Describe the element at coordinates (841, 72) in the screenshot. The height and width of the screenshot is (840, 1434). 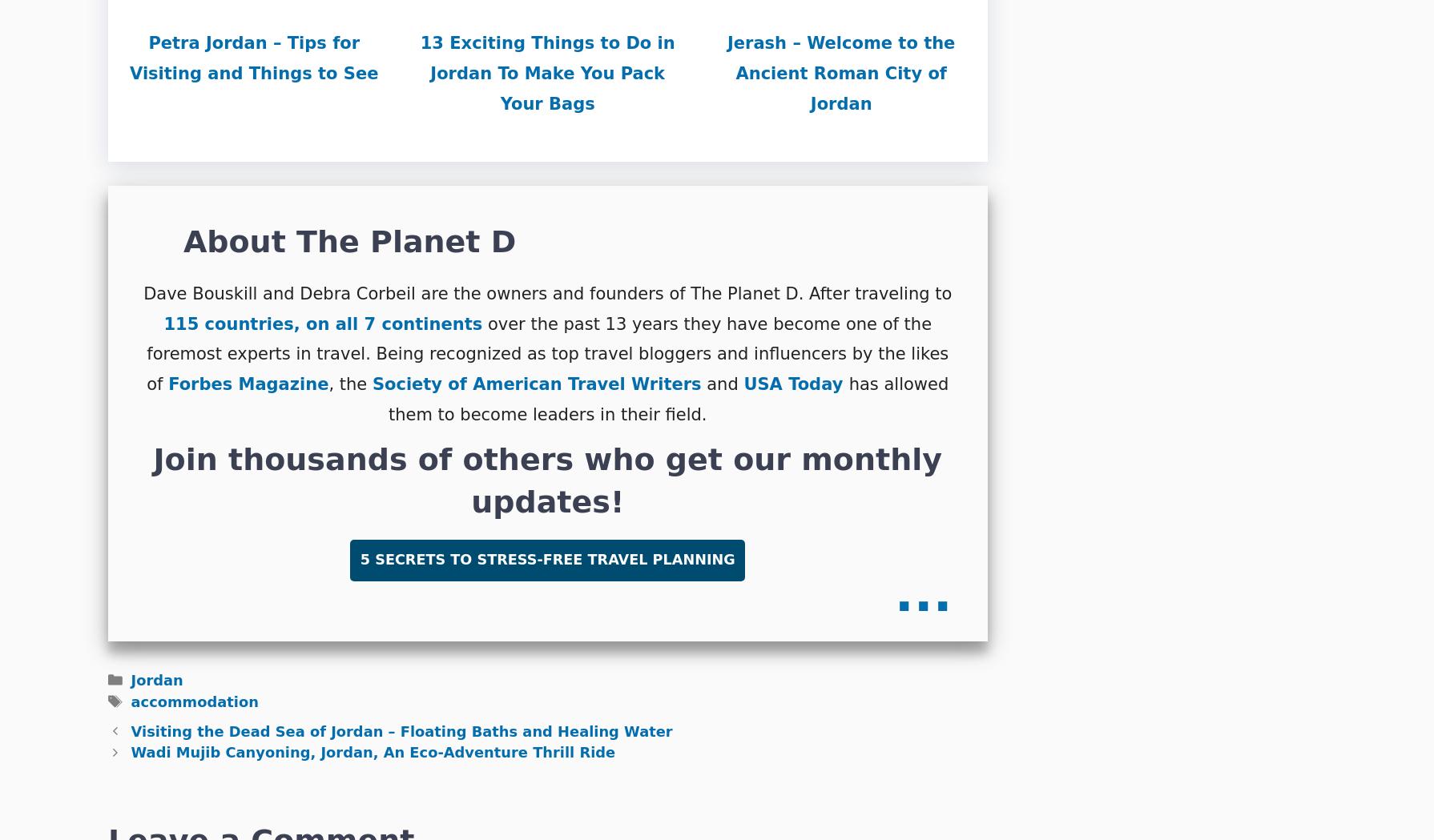
I see `'Jerash – Welcome to the Ancient Roman City of Jordan'` at that location.